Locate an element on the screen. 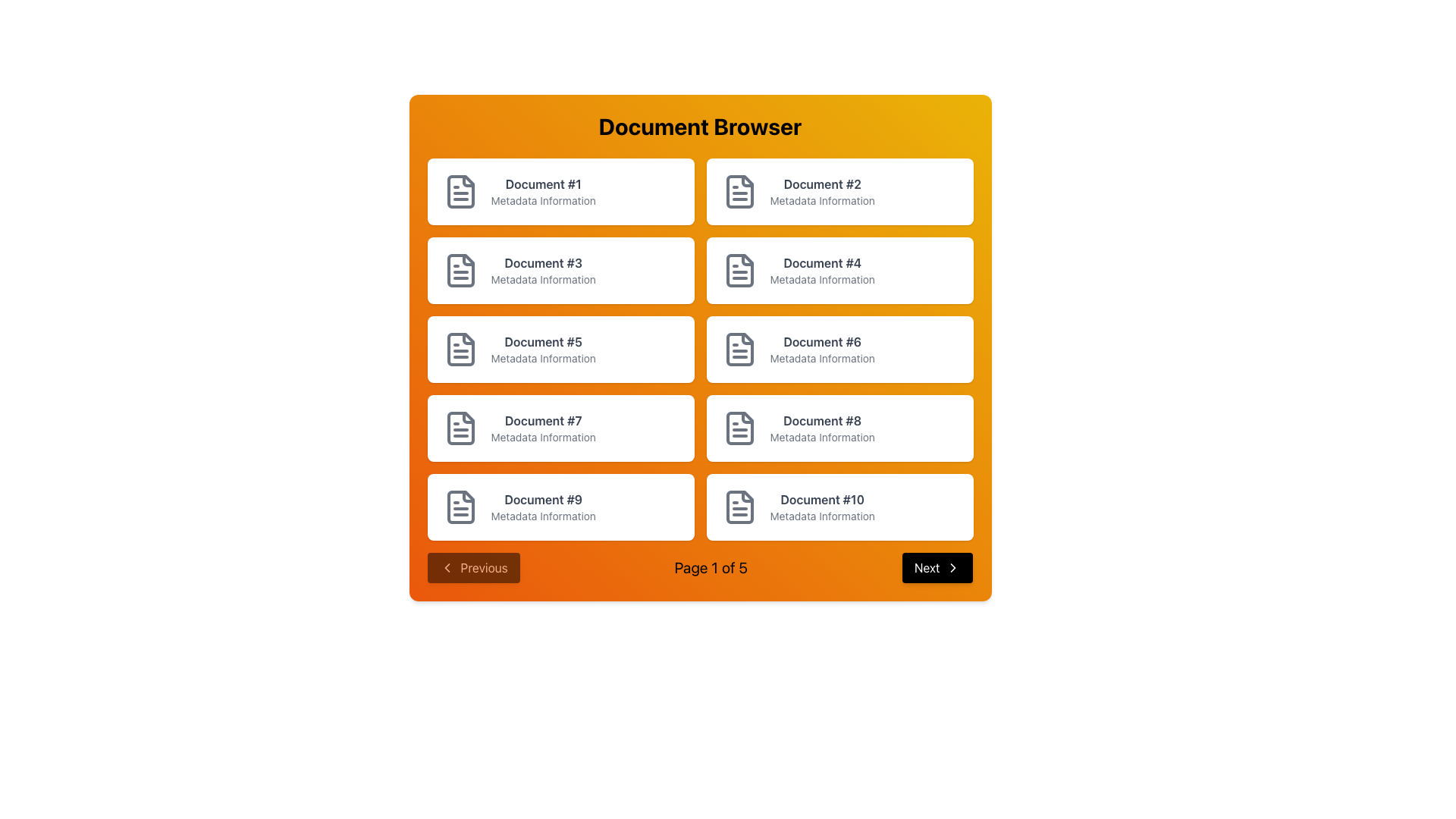 The height and width of the screenshot is (819, 1456). the file icon styled in gray with a document-like appearance, located to the left of the text 'Document #9 Metadata Information' is located at coordinates (460, 507).